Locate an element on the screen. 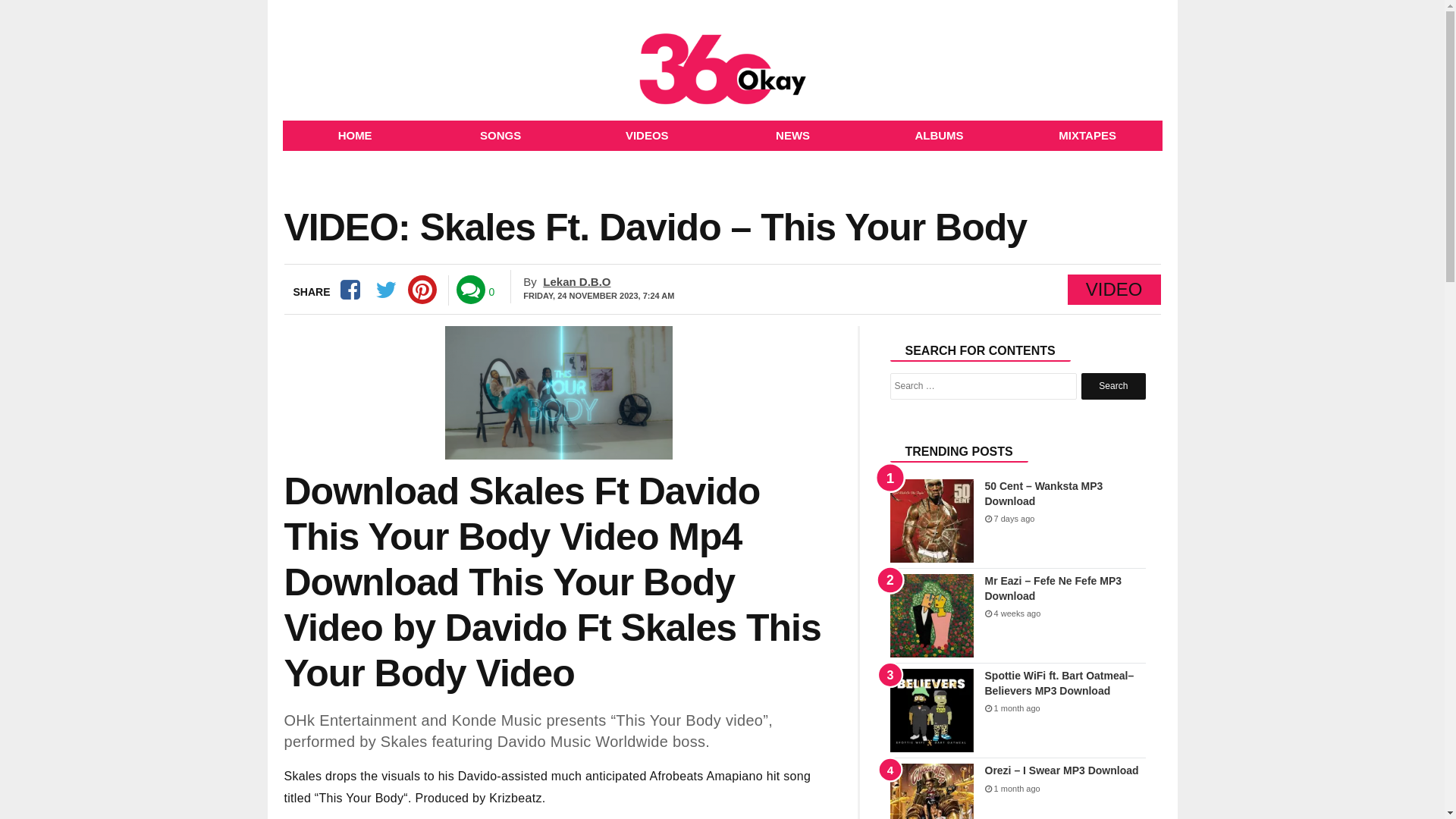 This screenshot has width=1456, height=819. 'MIXTAPES' is located at coordinates (1087, 134).